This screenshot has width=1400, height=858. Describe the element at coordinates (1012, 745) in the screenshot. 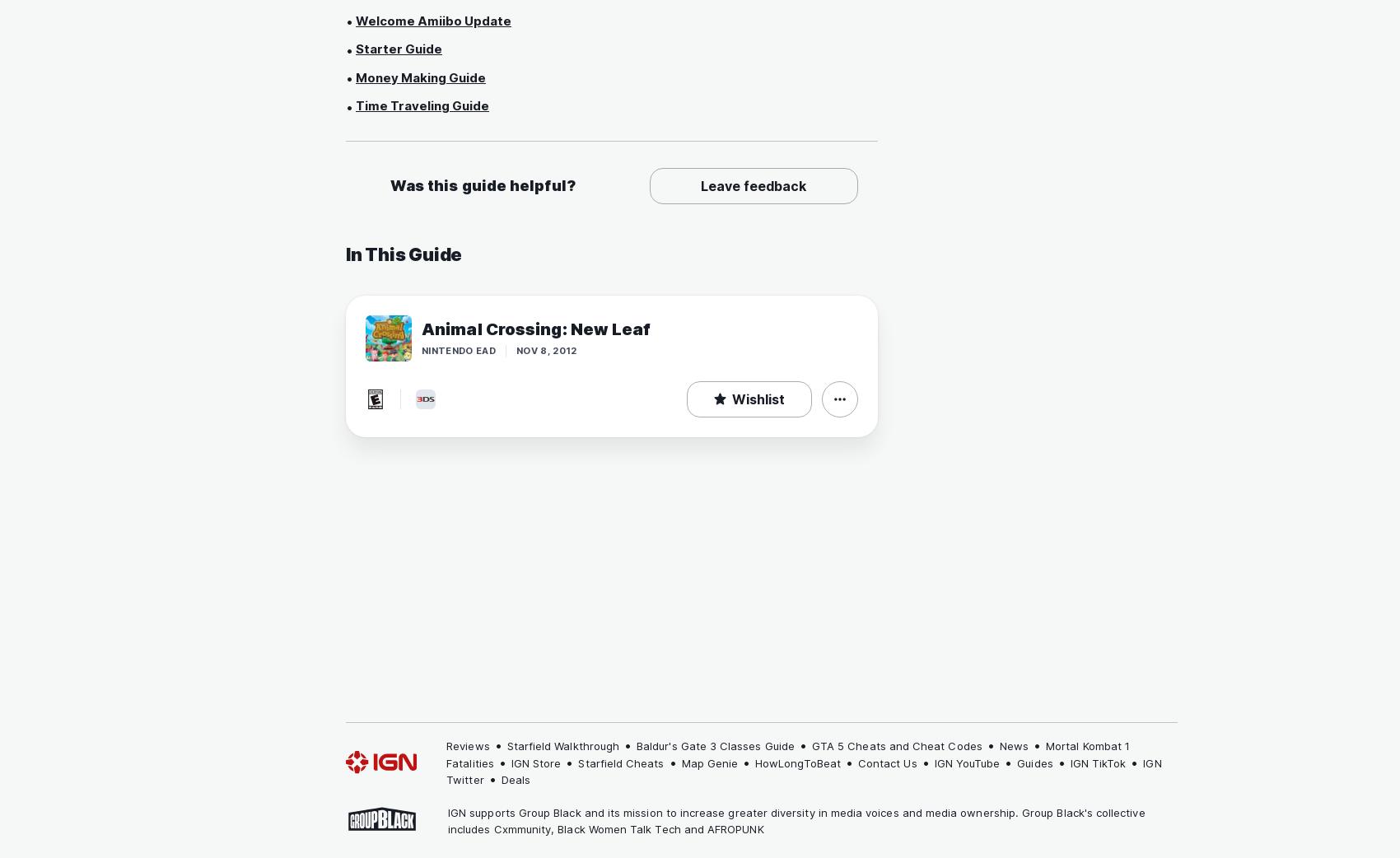

I see `'News'` at that location.